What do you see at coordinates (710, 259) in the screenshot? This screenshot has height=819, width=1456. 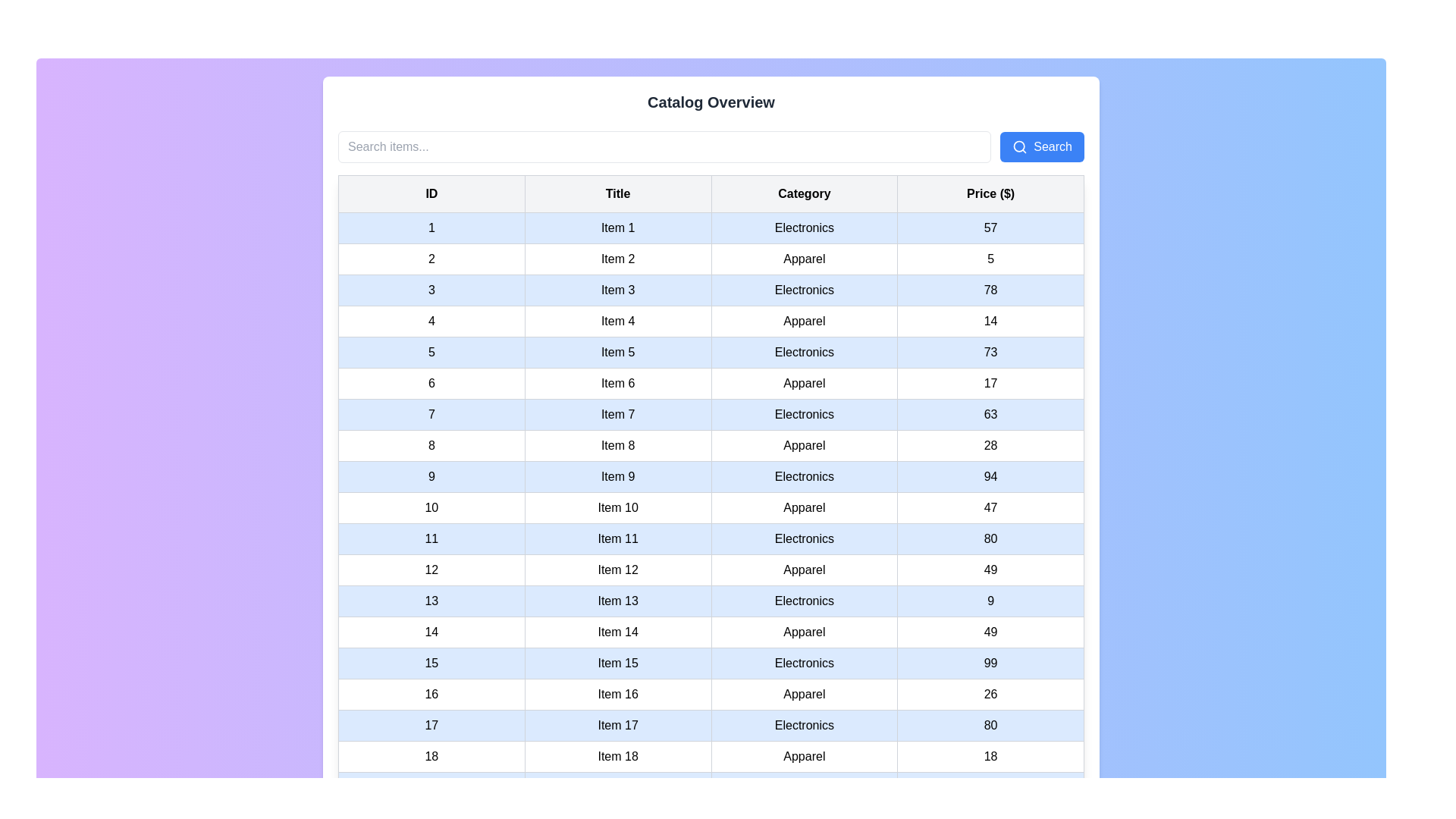 I see `the second row of the table, which has a light blue background and contains the values 2, Item 2, Apparel, and 5` at bounding box center [710, 259].